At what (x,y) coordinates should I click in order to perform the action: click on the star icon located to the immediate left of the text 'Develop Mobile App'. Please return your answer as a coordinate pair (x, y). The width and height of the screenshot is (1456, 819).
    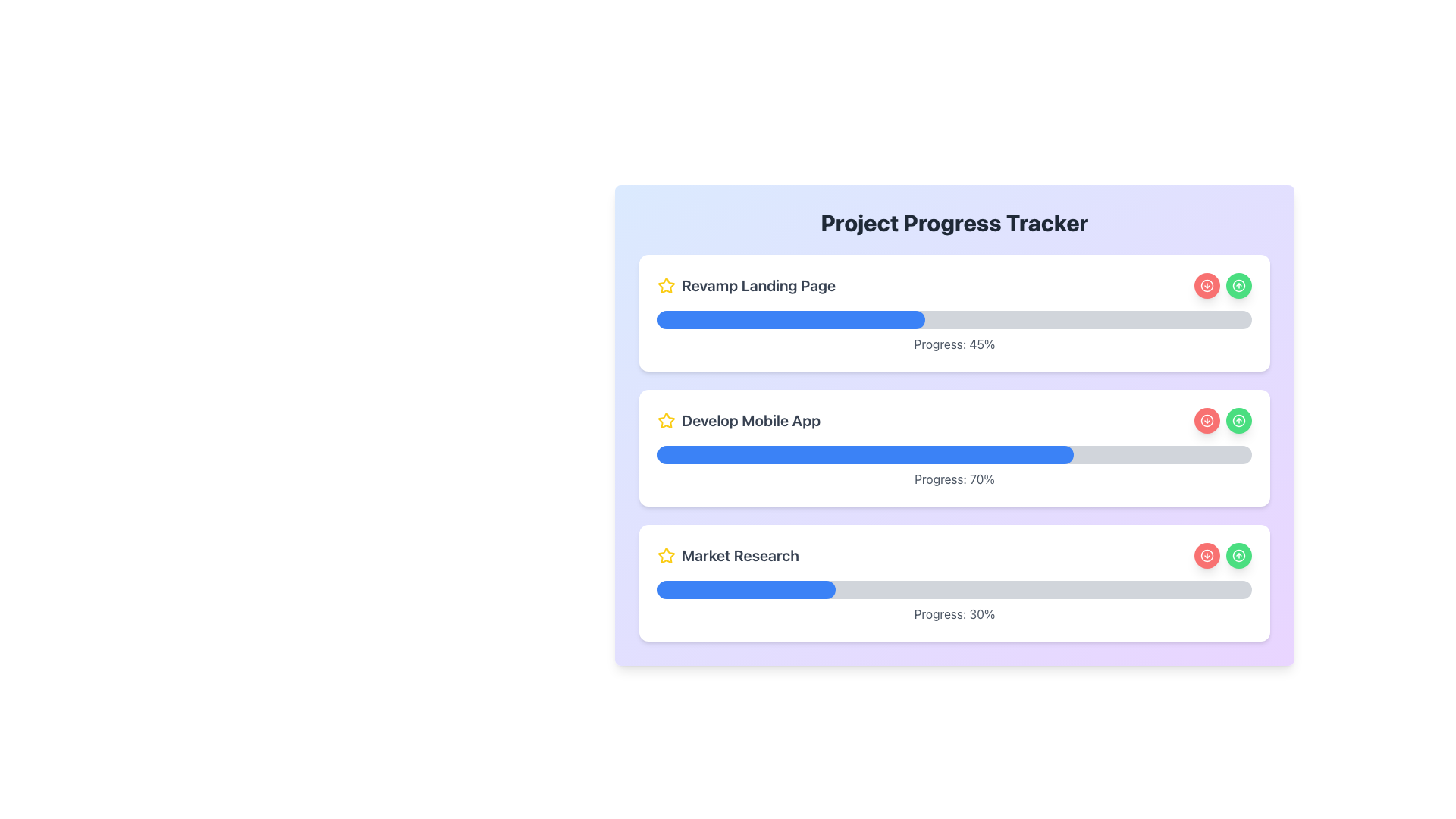
    Looking at the image, I should click on (666, 421).